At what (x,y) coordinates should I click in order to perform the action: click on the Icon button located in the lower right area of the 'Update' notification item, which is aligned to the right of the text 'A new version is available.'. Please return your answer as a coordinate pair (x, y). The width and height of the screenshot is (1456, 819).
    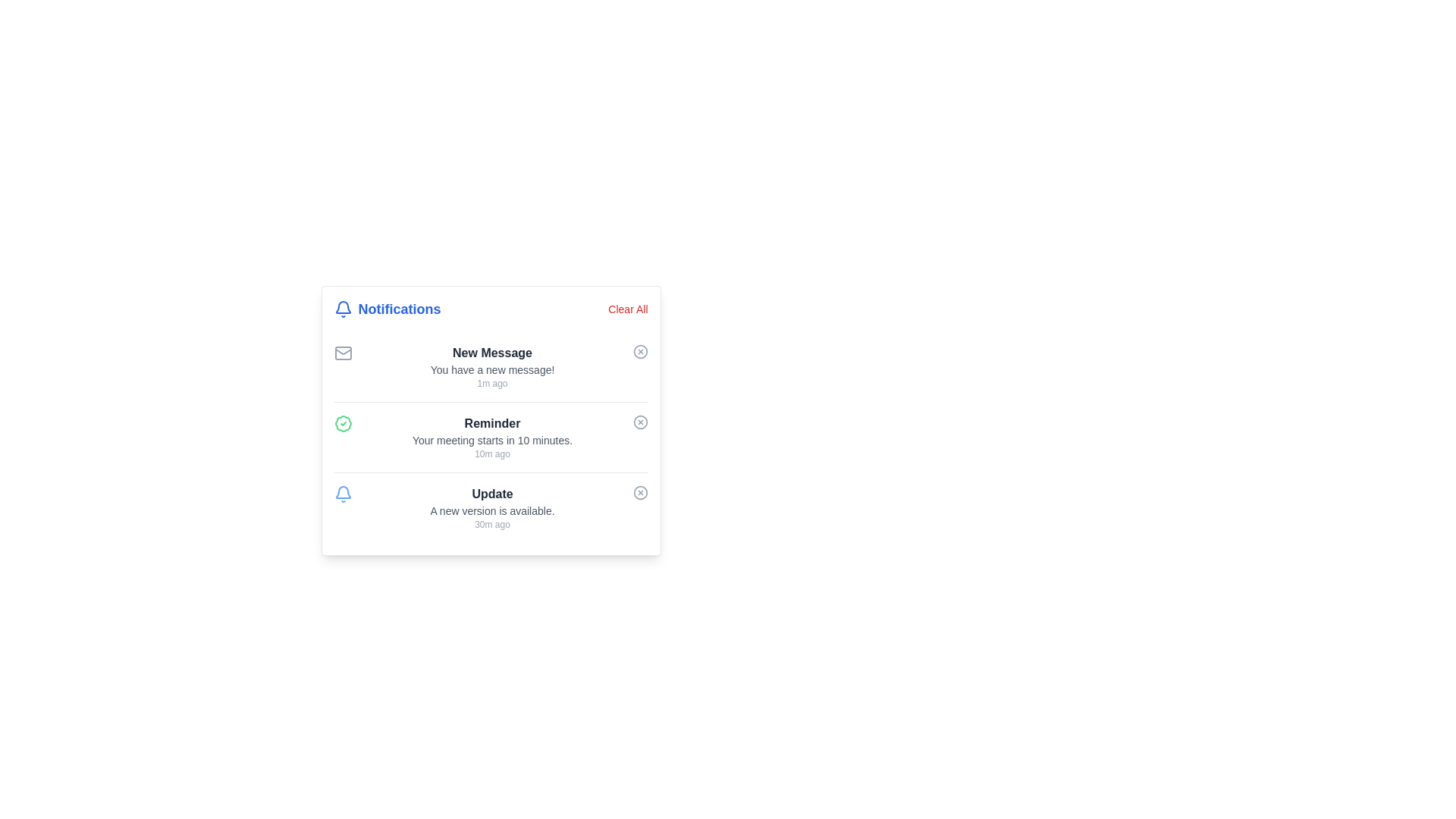
    Looking at the image, I should click on (640, 493).